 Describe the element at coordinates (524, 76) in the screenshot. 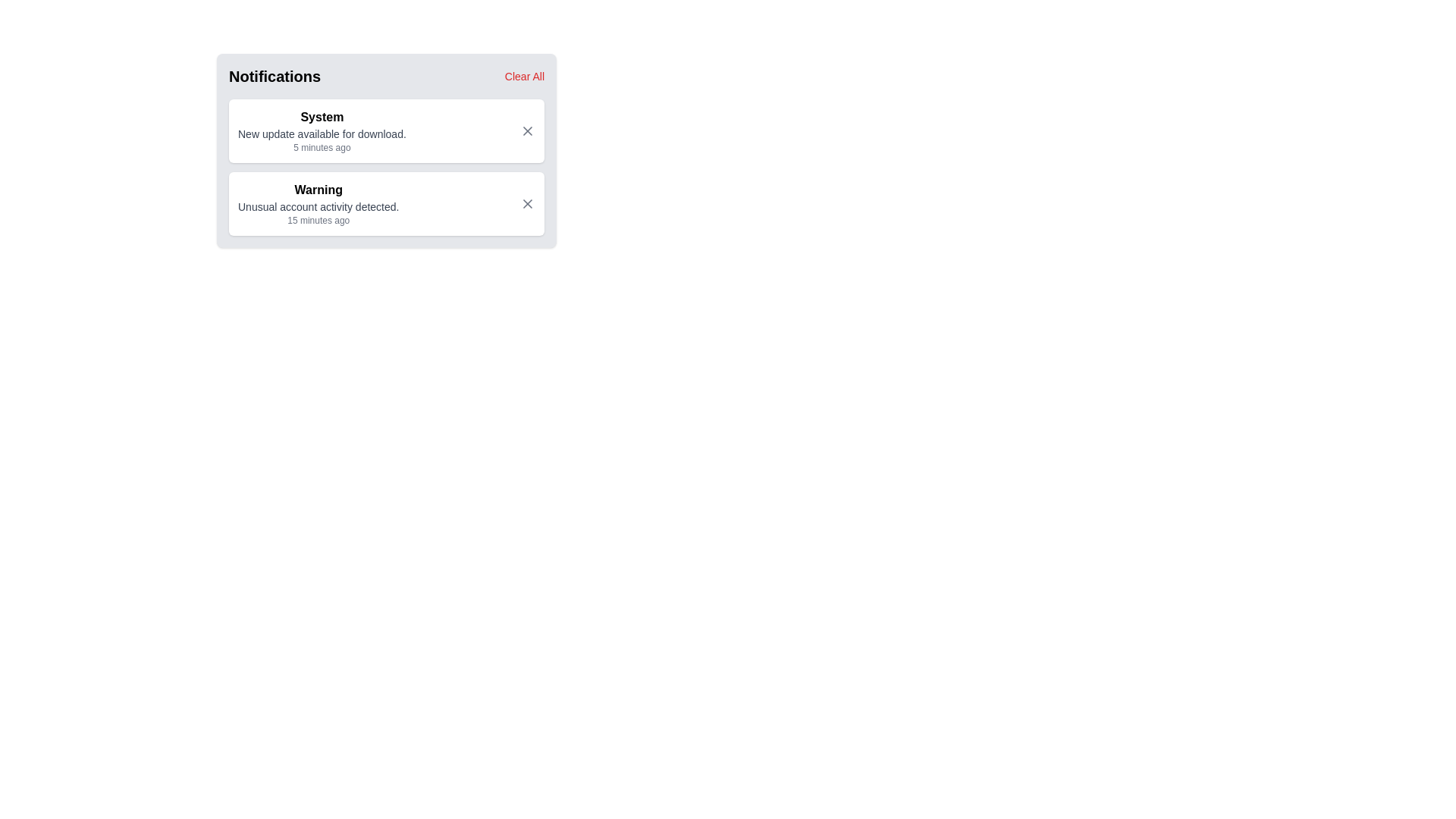

I see `the clear notifications button located at the top right of the notification panel, adjacent to the 'Notifications' heading` at that location.